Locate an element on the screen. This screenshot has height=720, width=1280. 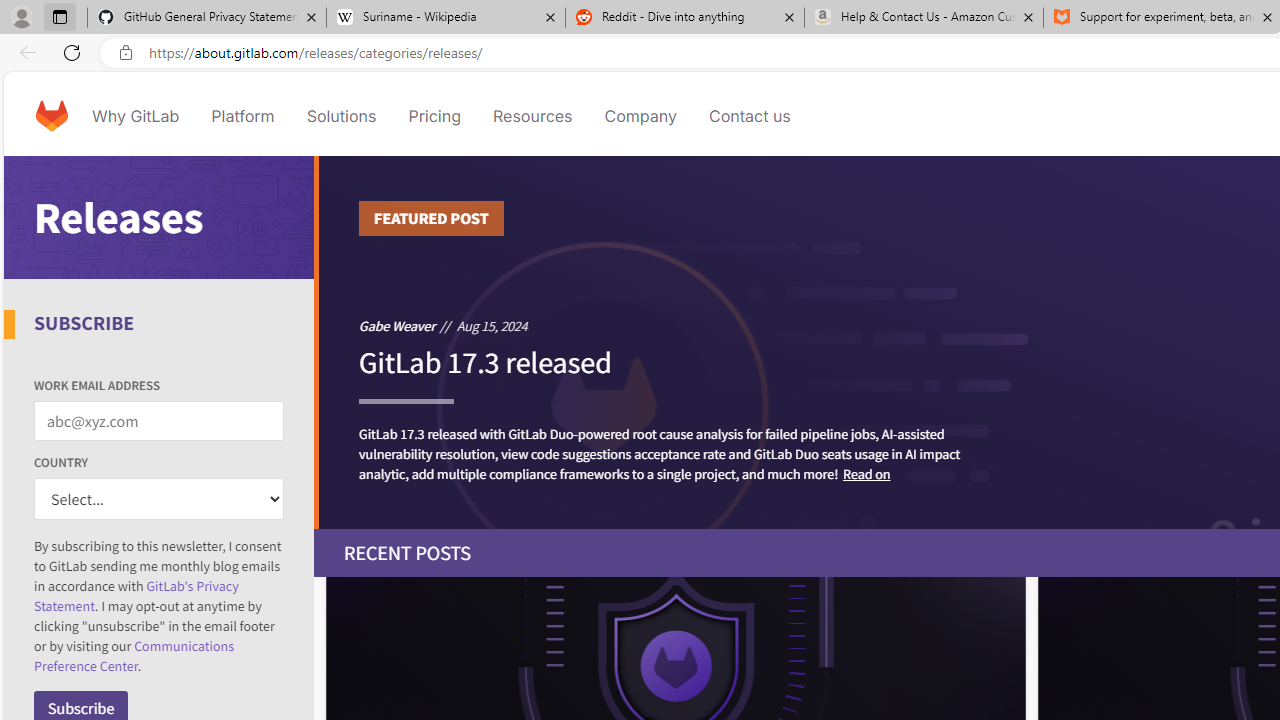
'WORK EMAIL ADDRESS' is located at coordinates (158, 420).